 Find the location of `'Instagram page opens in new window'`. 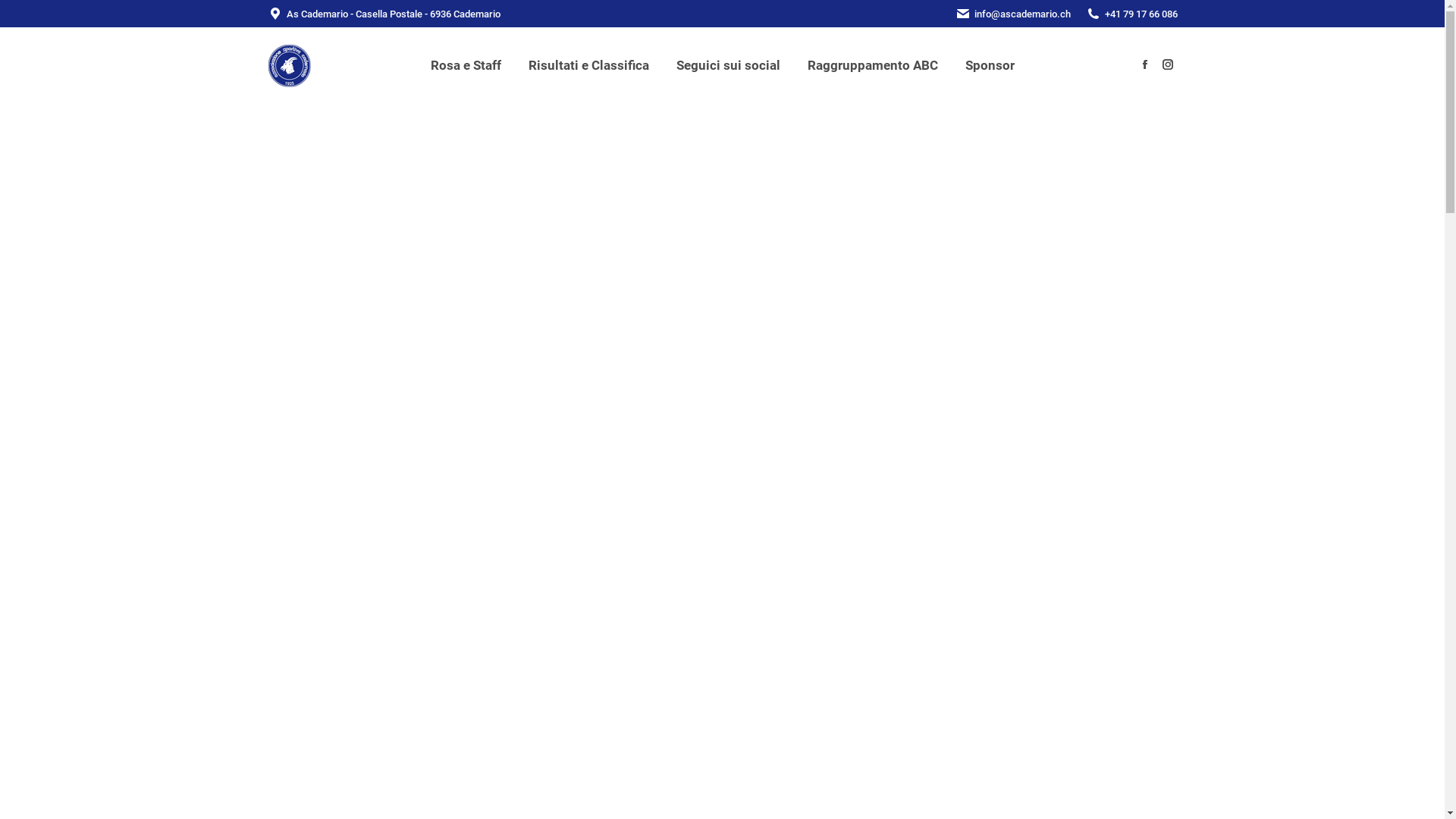

'Instagram page opens in new window' is located at coordinates (1166, 63).